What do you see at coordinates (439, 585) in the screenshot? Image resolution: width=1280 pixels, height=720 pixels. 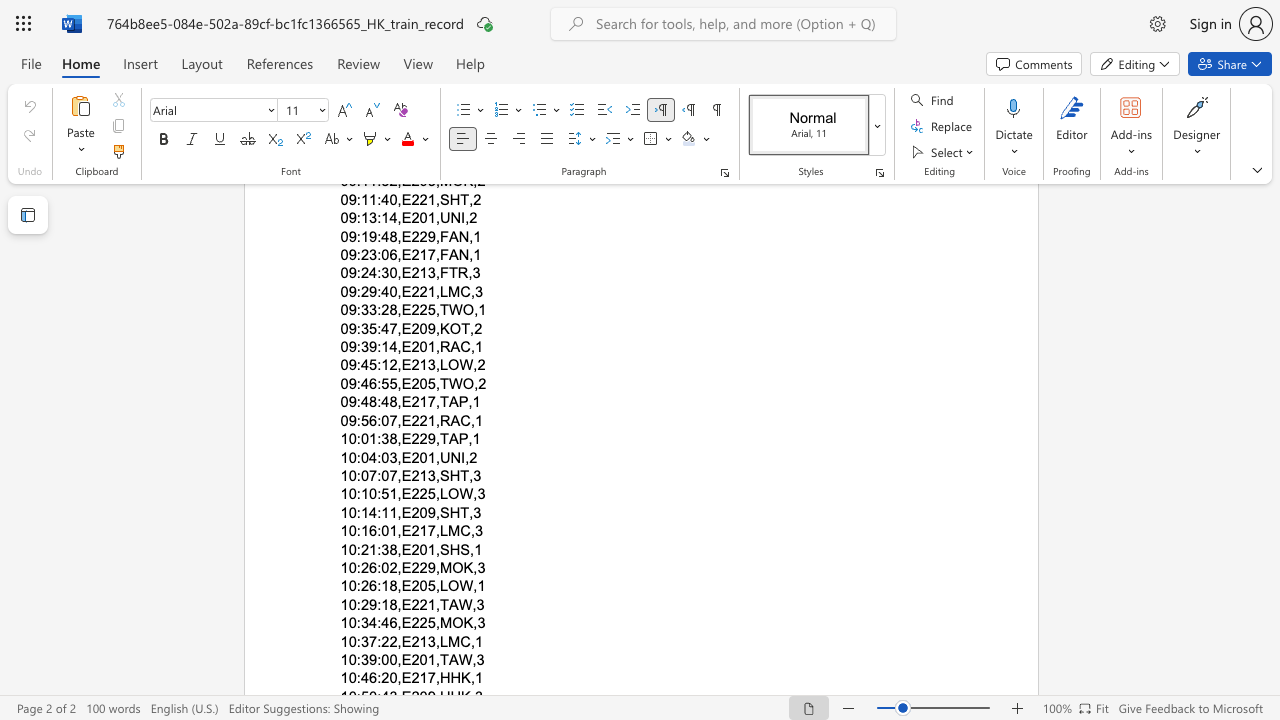 I see `the space between the continuous character "," and "L" in the text` at bounding box center [439, 585].